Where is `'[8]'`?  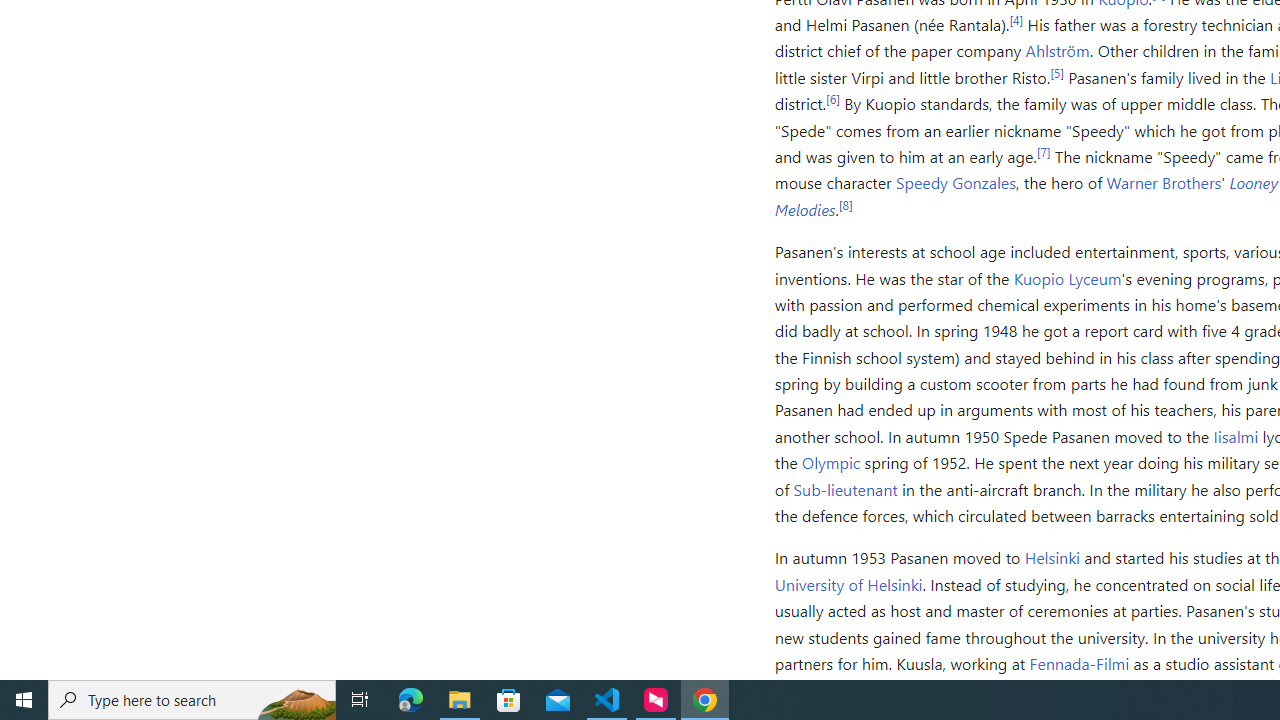 '[8]' is located at coordinates (845, 204).